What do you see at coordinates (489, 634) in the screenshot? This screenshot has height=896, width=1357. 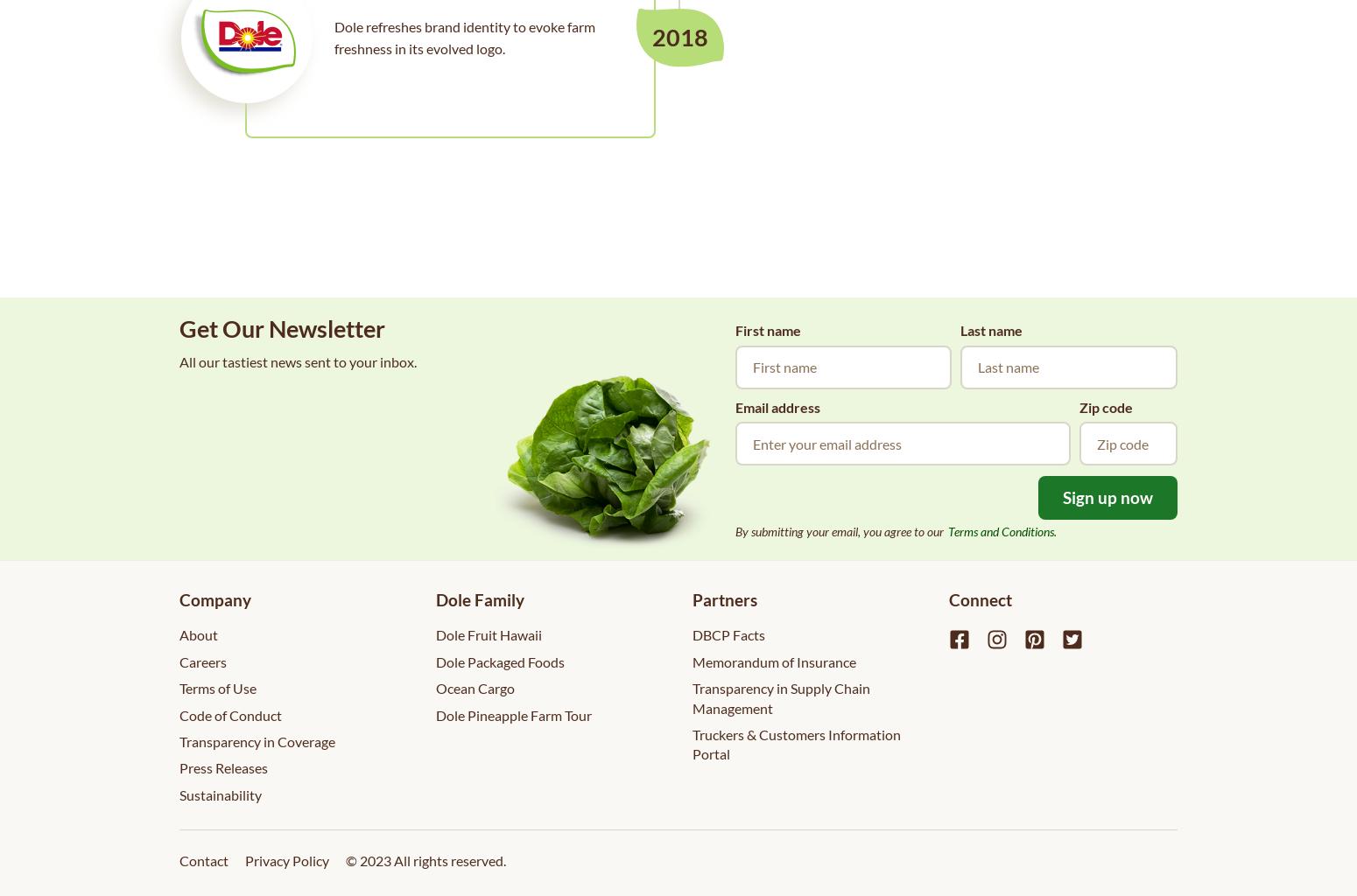 I see `'Dole Fruit Hawaii'` at bounding box center [489, 634].